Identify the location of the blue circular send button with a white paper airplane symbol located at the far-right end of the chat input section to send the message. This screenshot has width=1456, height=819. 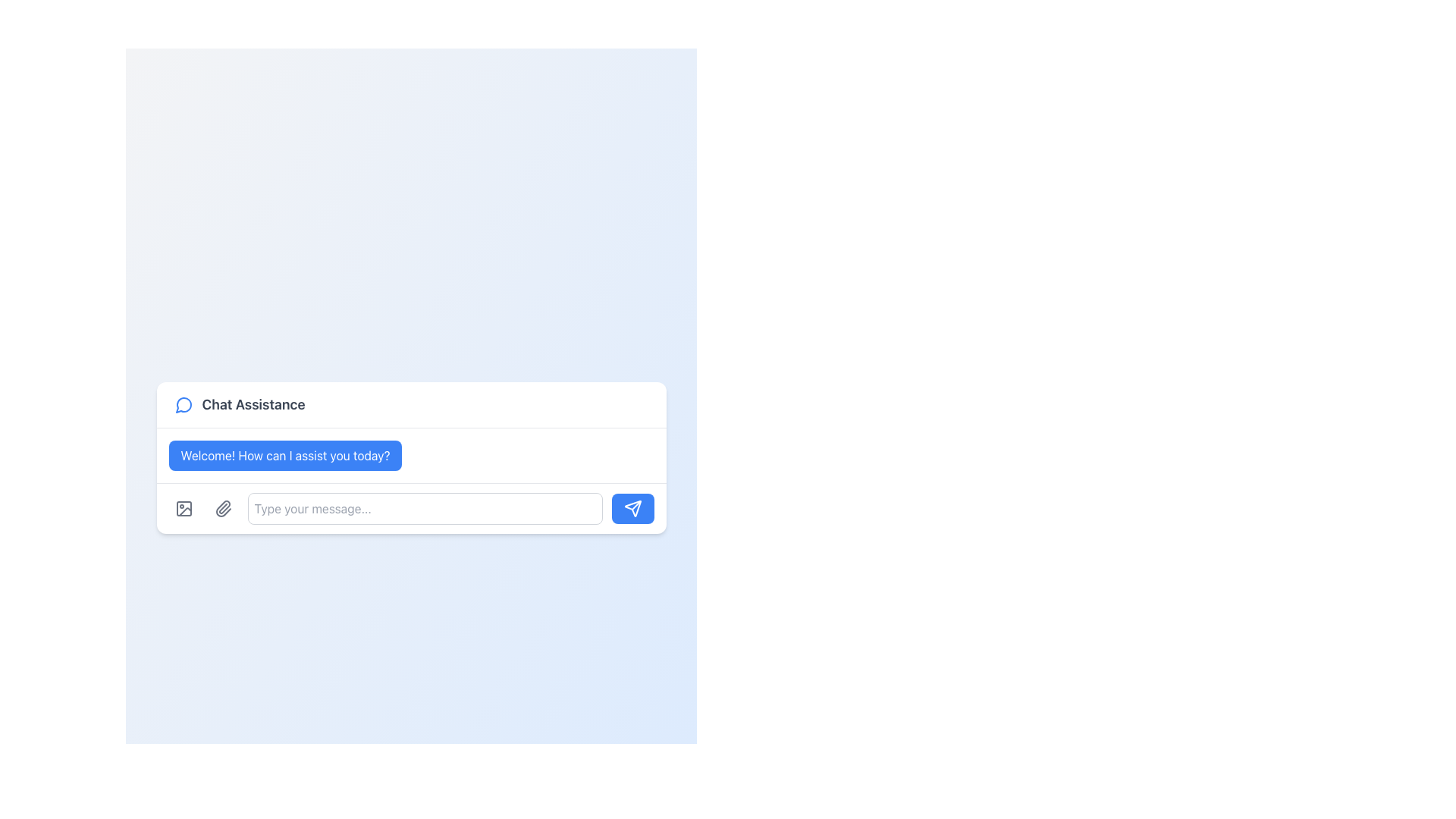
(632, 509).